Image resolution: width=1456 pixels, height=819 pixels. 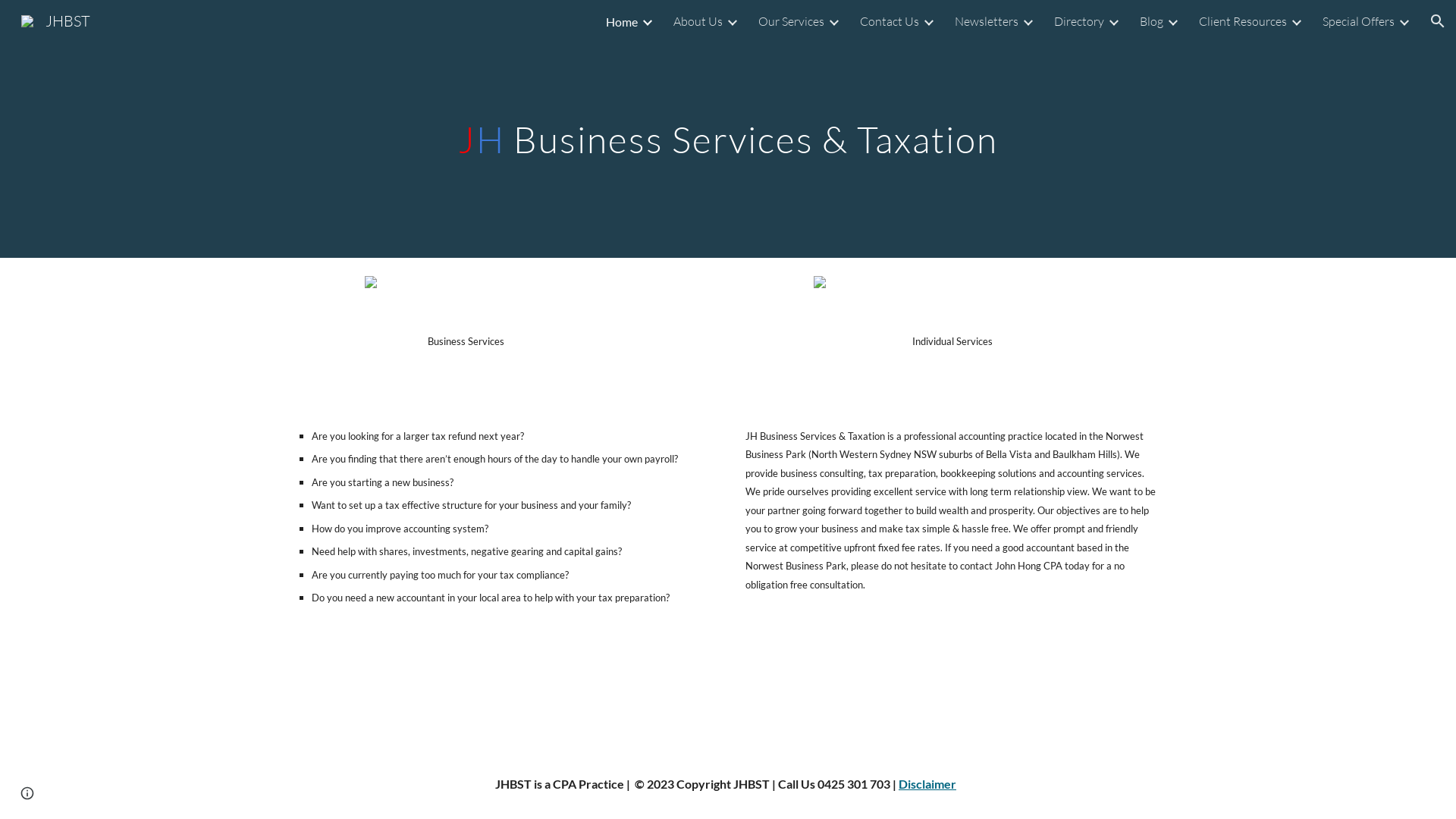 What do you see at coordinates (622, 20) in the screenshot?
I see `'Home'` at bounding box center [622, 20].